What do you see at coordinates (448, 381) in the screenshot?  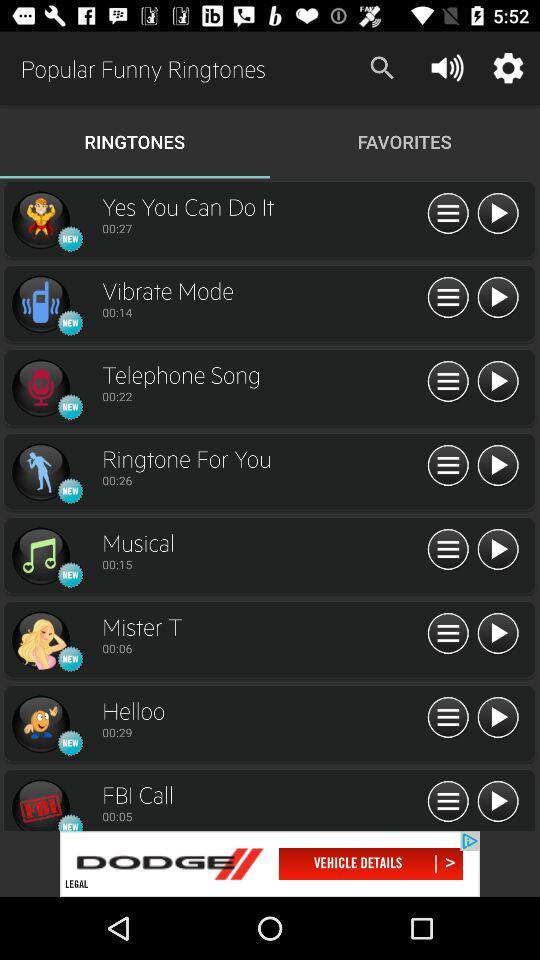 I see `menu` at bounding box center [448, 381].